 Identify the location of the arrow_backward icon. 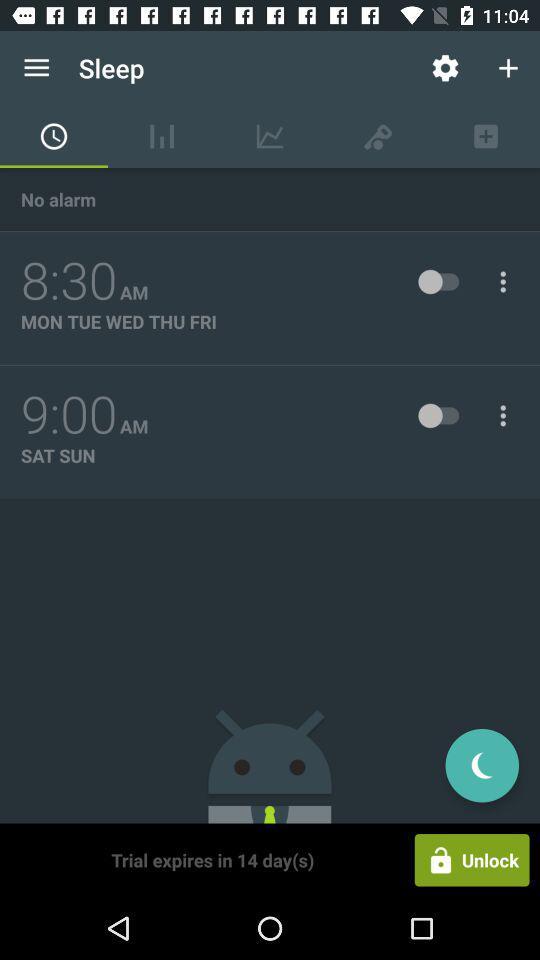
(481, 764).